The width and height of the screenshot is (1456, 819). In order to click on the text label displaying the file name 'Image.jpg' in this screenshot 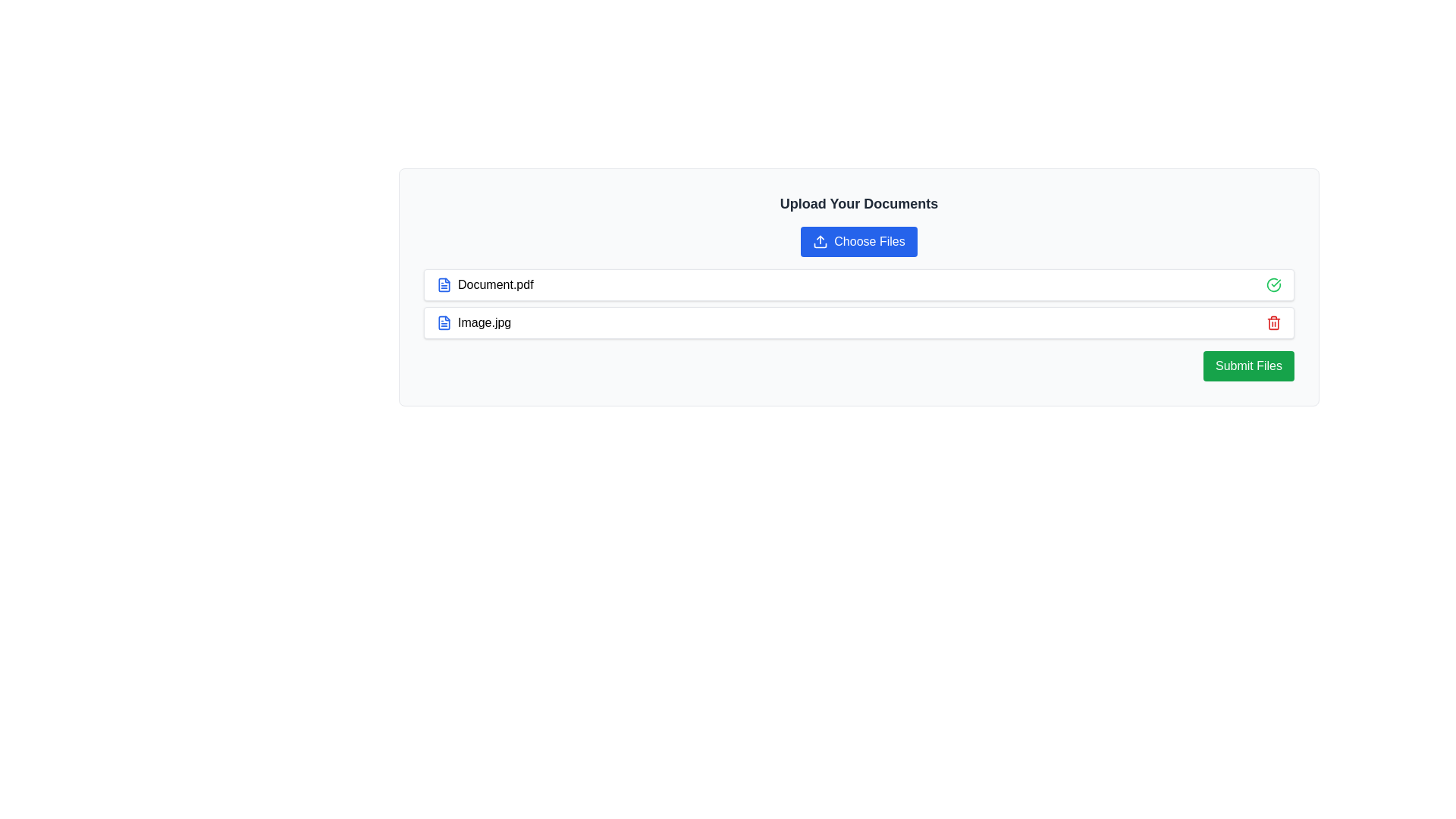, I will do `click(484, 322)`.